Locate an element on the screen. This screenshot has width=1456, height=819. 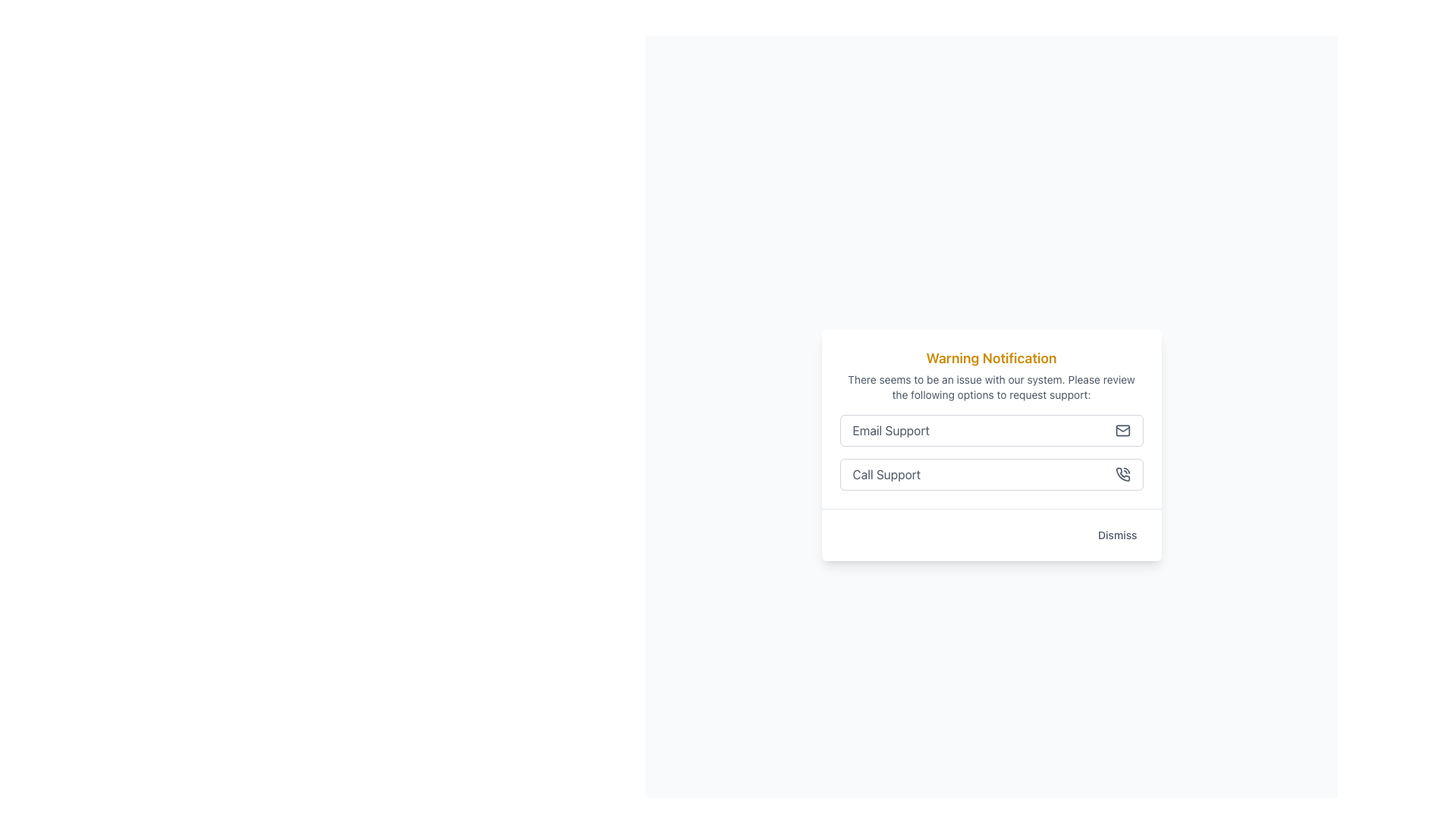
the dismiss button located at the bottom-right corner of the modal is located at coordinates (1117, 534).